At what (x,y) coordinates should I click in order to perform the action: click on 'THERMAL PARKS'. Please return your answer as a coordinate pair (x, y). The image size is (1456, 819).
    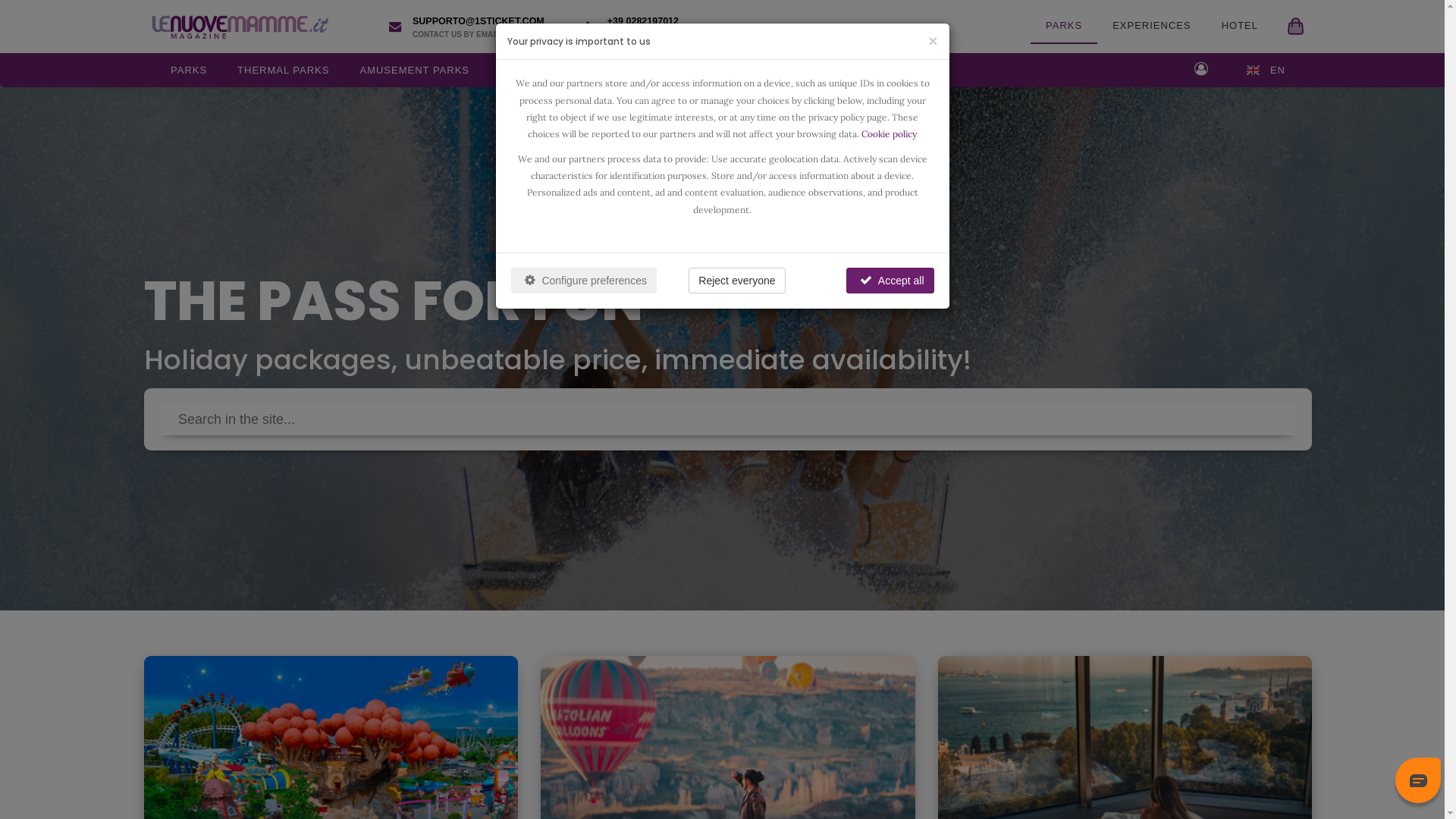
    Looking at the image, I should click on (283, 70).